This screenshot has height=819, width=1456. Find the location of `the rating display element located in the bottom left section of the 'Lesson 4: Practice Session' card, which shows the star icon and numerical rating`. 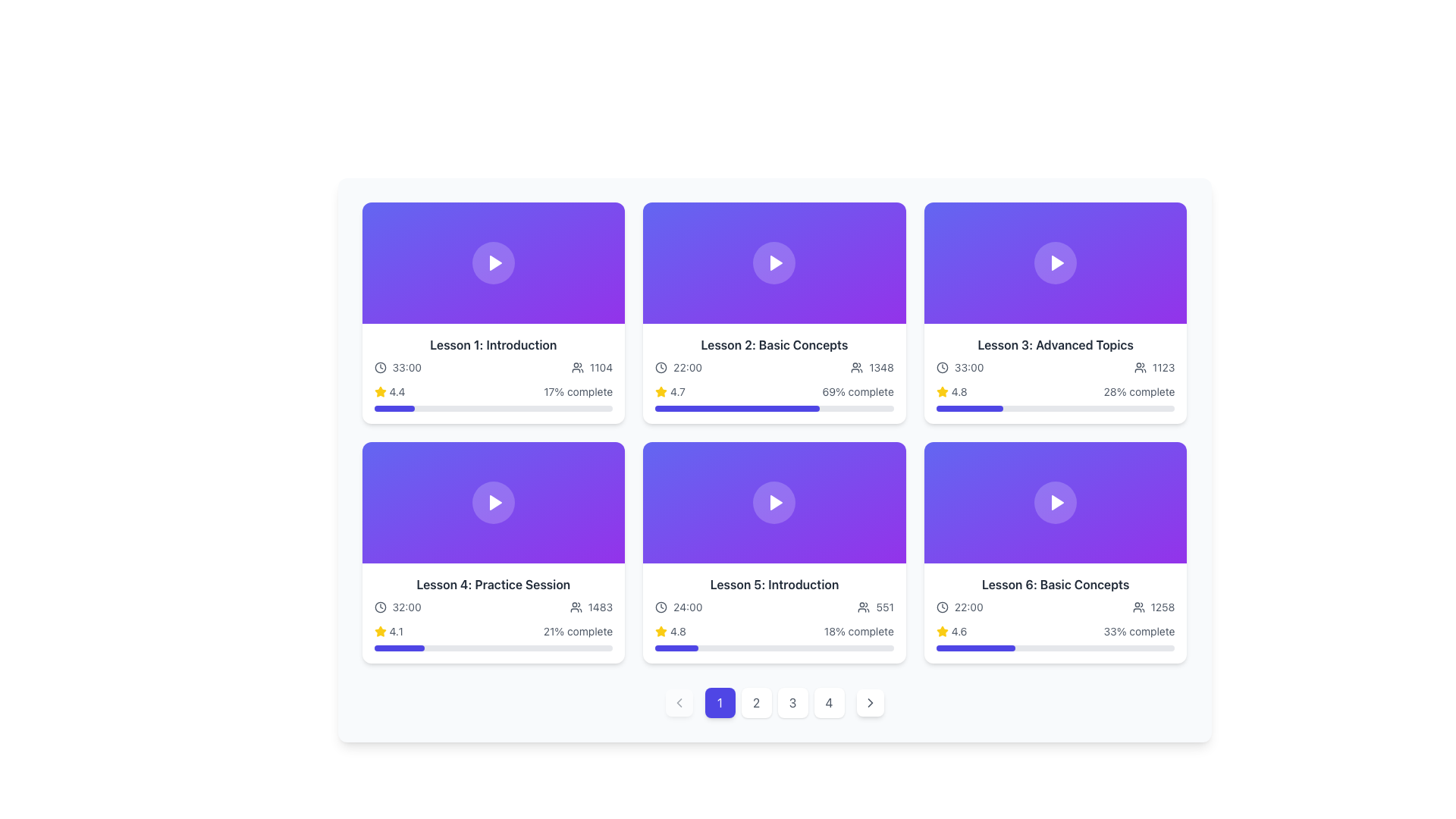

the rating display element located in the bottom left section of the 'Lesson 4: Practice Session' card, which shows the star icon and numerical rating is located at coordinates (388, 632).